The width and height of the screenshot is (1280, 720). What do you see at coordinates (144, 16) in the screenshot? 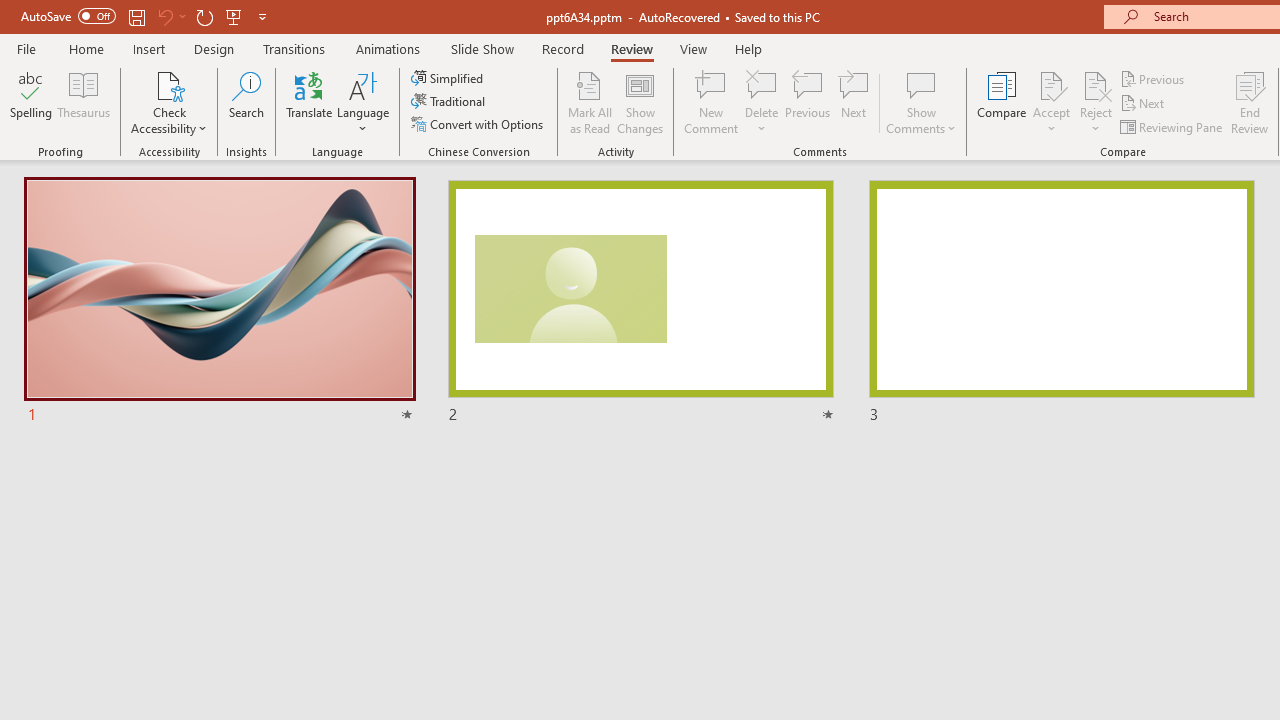
I see `'Quick Access Toolbar'` at bounding box center [144, 16].